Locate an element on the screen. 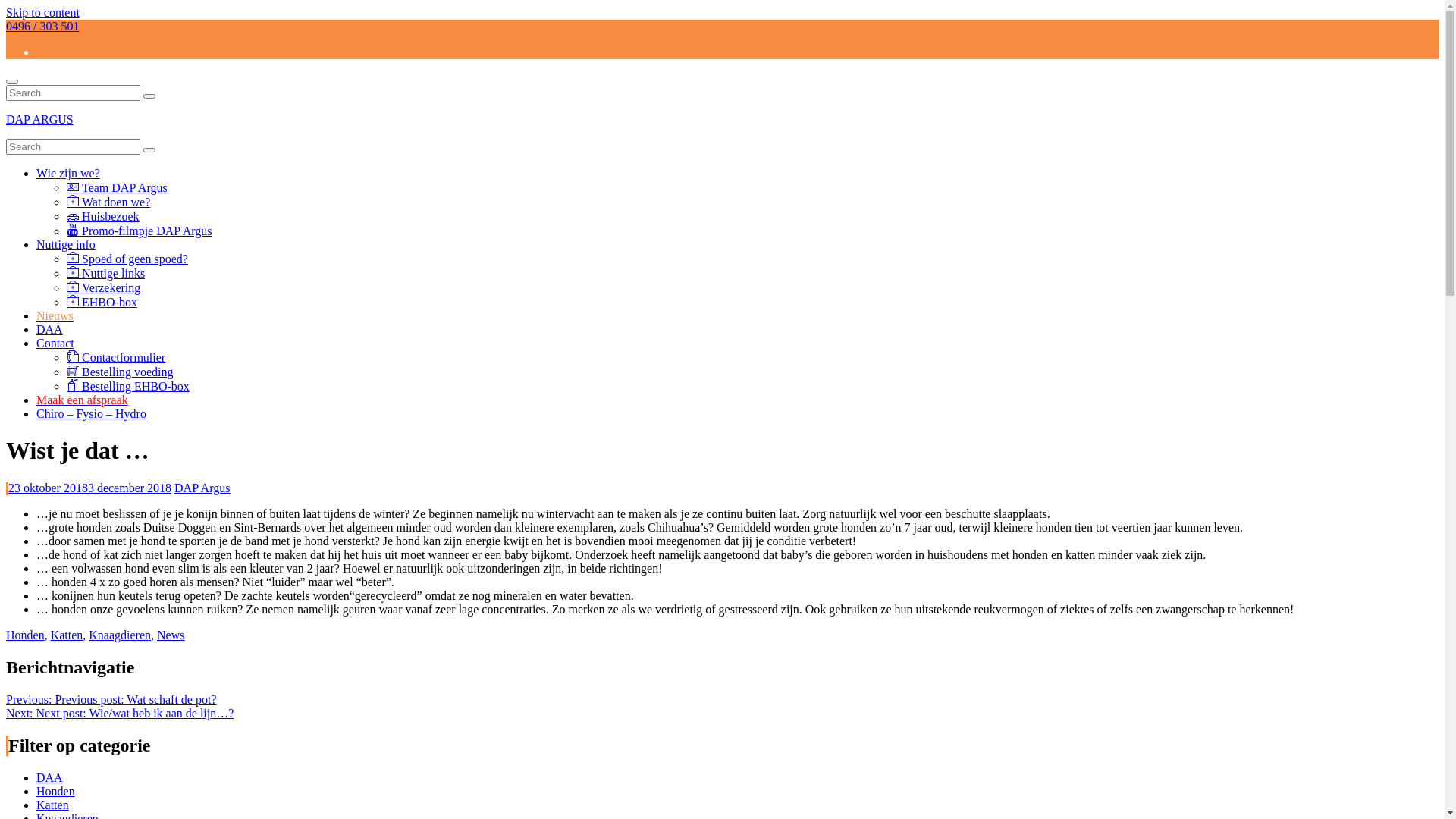 The image size is (1456, 819). 'Wie zijn we?' is located at coordinates (67, 172).